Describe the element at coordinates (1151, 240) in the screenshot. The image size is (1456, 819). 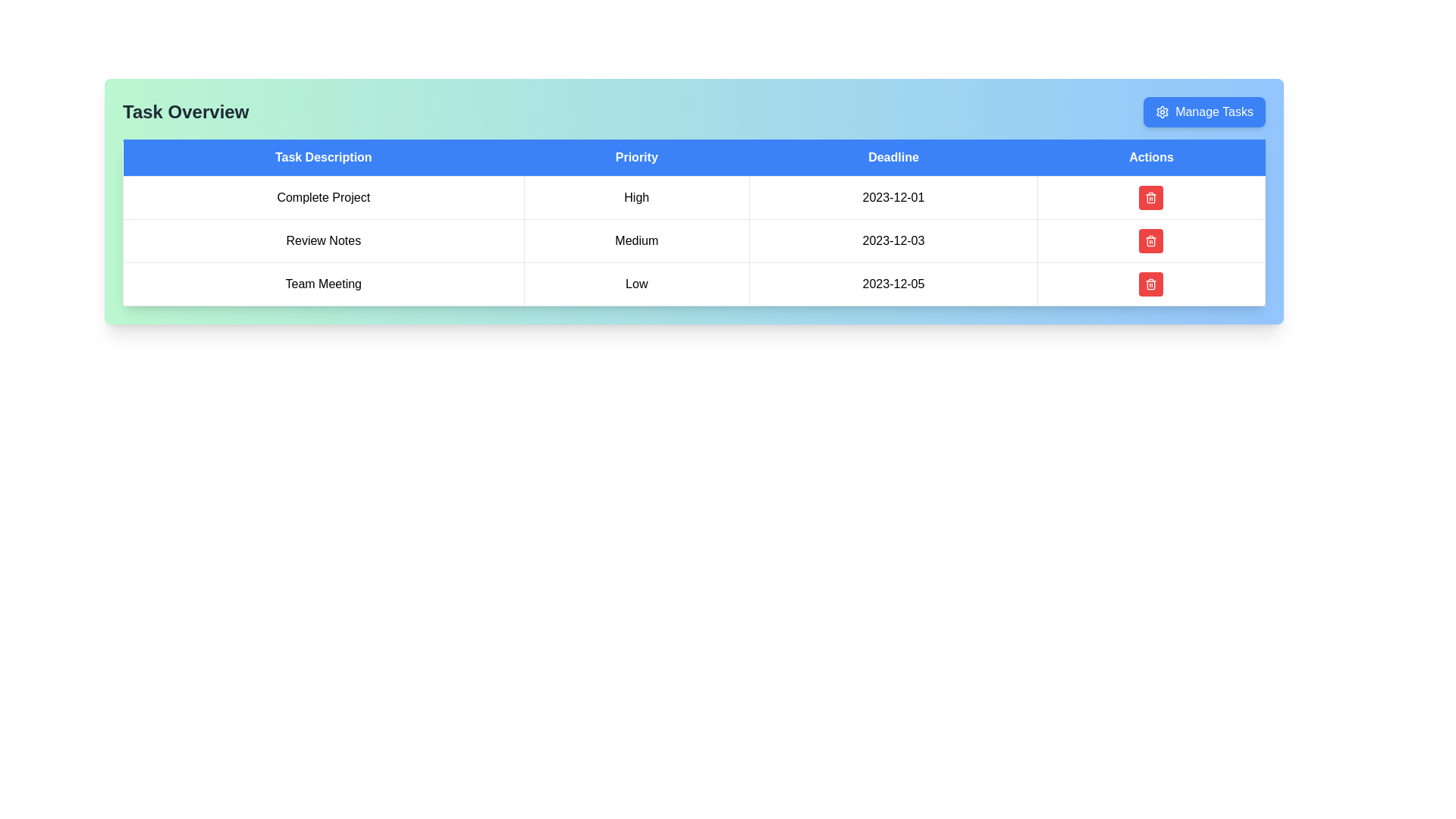
I see `the delete button with icon in the Actions column of the second row for the task with a deadline of '2023-12-03'` at that location.